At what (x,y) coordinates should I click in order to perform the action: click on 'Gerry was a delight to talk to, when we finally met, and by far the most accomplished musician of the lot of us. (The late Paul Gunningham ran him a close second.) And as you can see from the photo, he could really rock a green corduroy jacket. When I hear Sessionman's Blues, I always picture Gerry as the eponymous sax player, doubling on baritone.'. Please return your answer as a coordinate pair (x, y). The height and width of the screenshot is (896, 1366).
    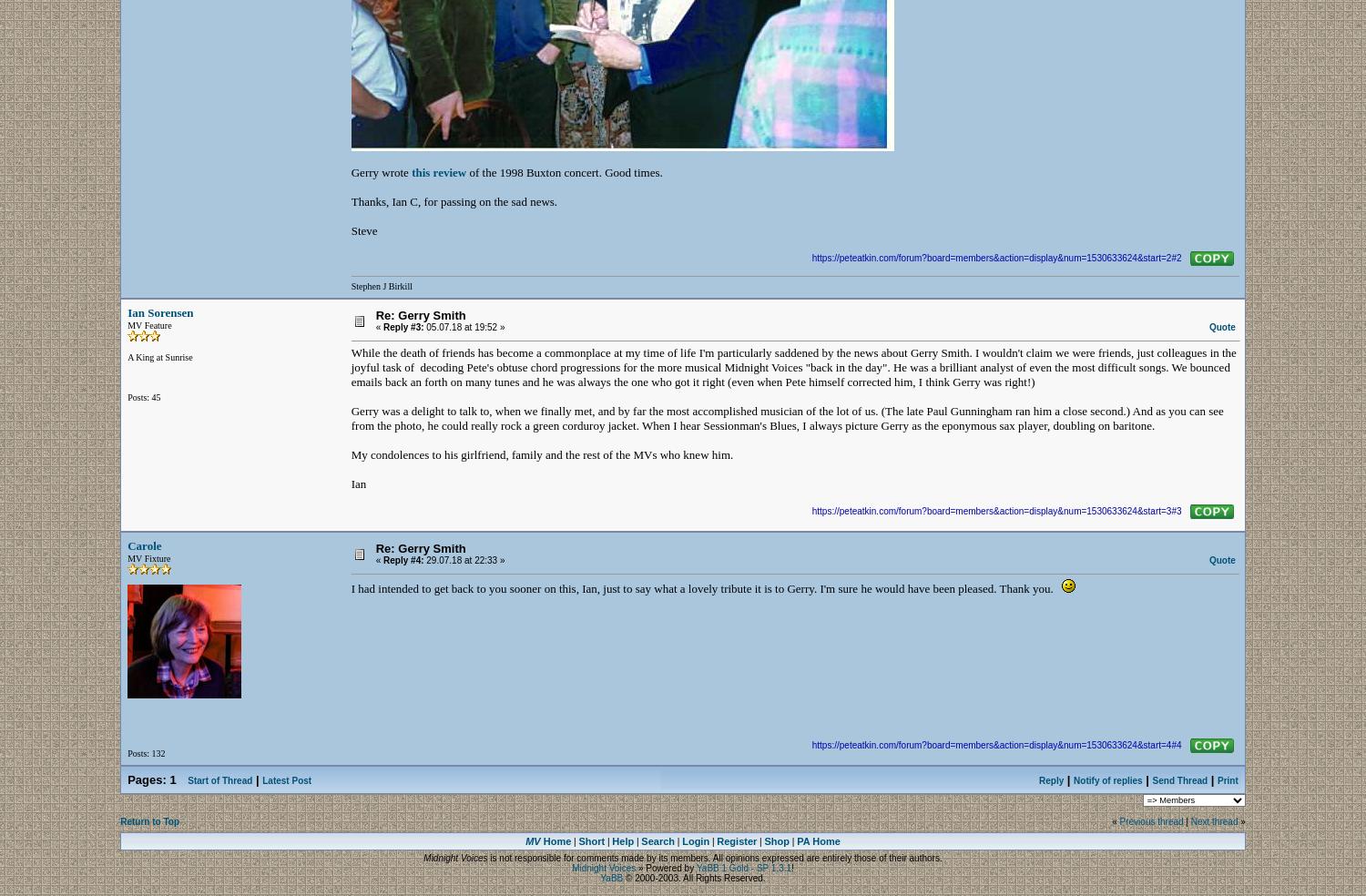
    Looking at the image, I should click on (785, 418).